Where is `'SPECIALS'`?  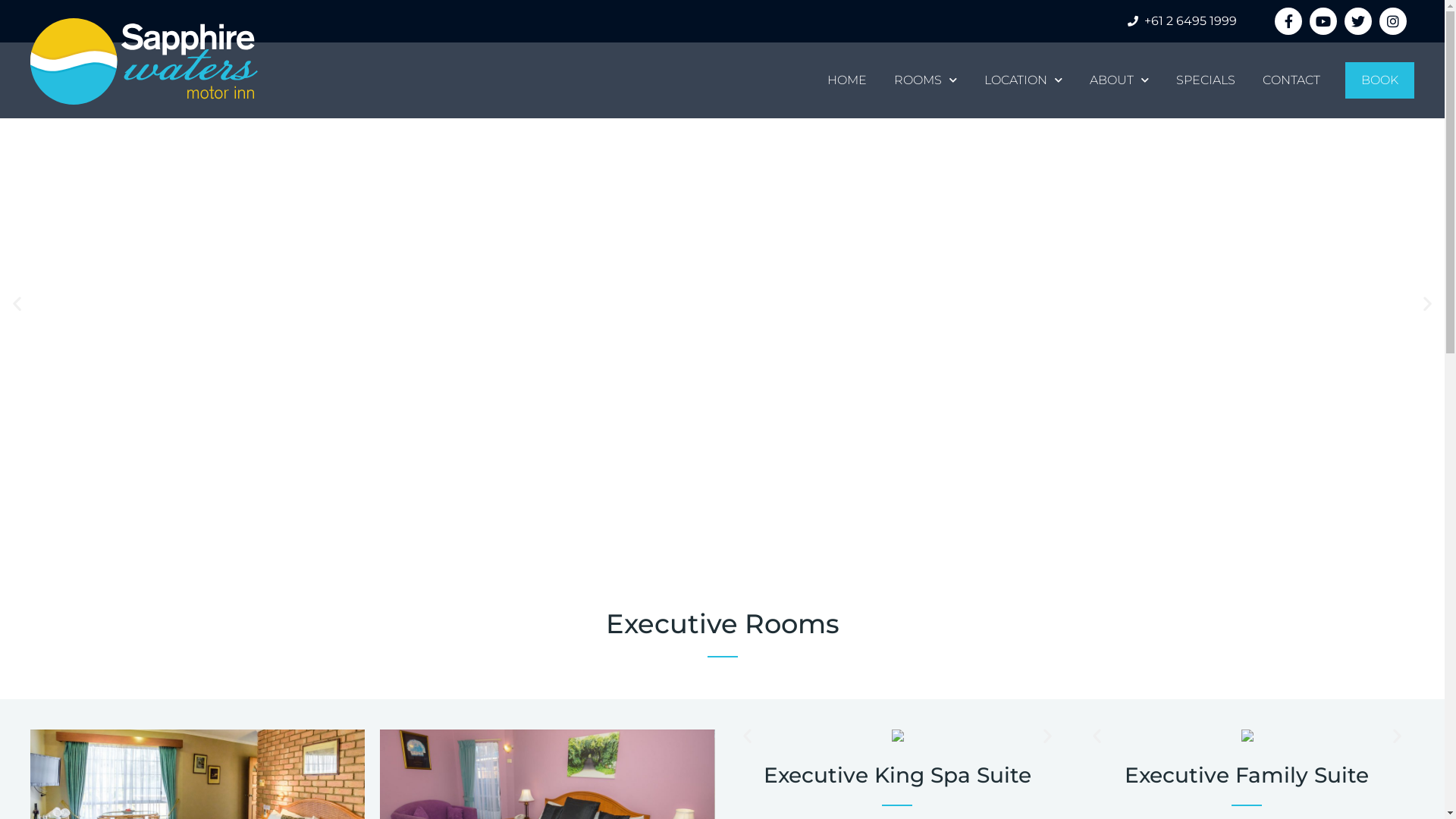
'SPECIALS' is located at coordinates (1204, 80).